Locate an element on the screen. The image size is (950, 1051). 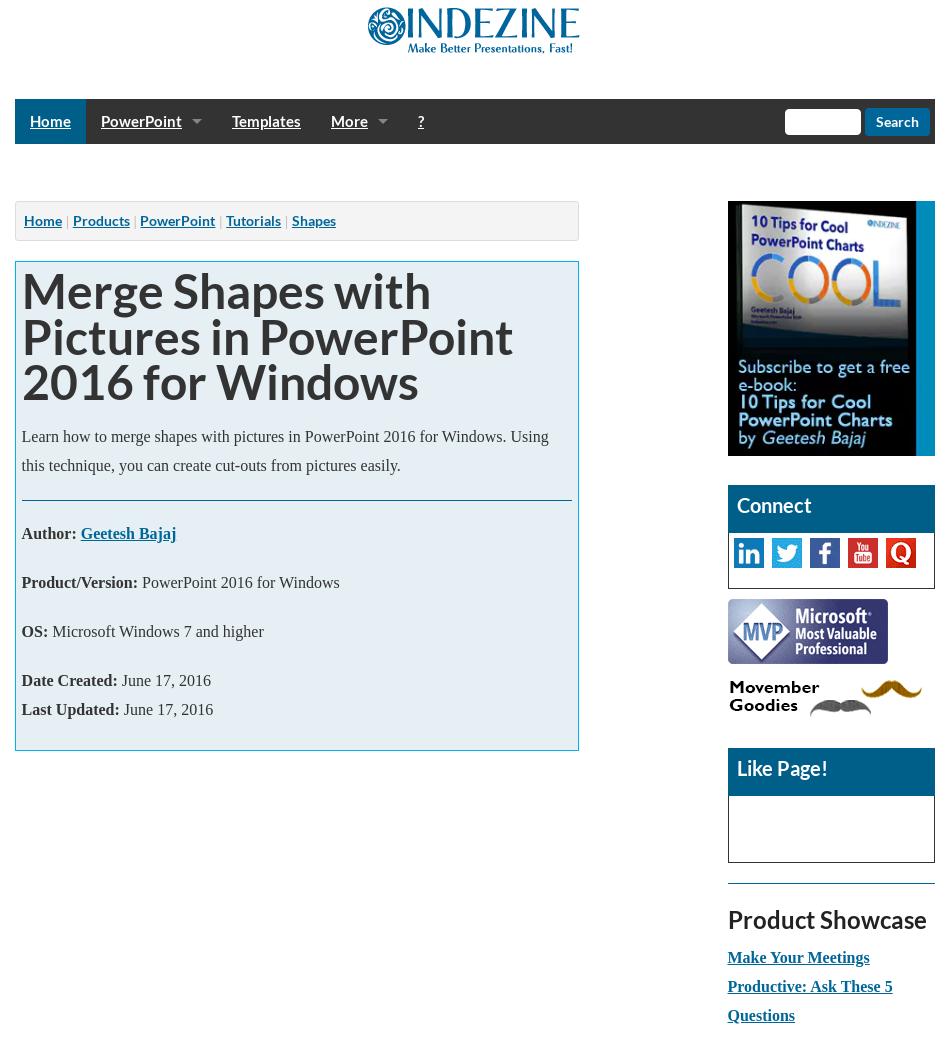
'Like Page!' is located at coordinates (734, 767).